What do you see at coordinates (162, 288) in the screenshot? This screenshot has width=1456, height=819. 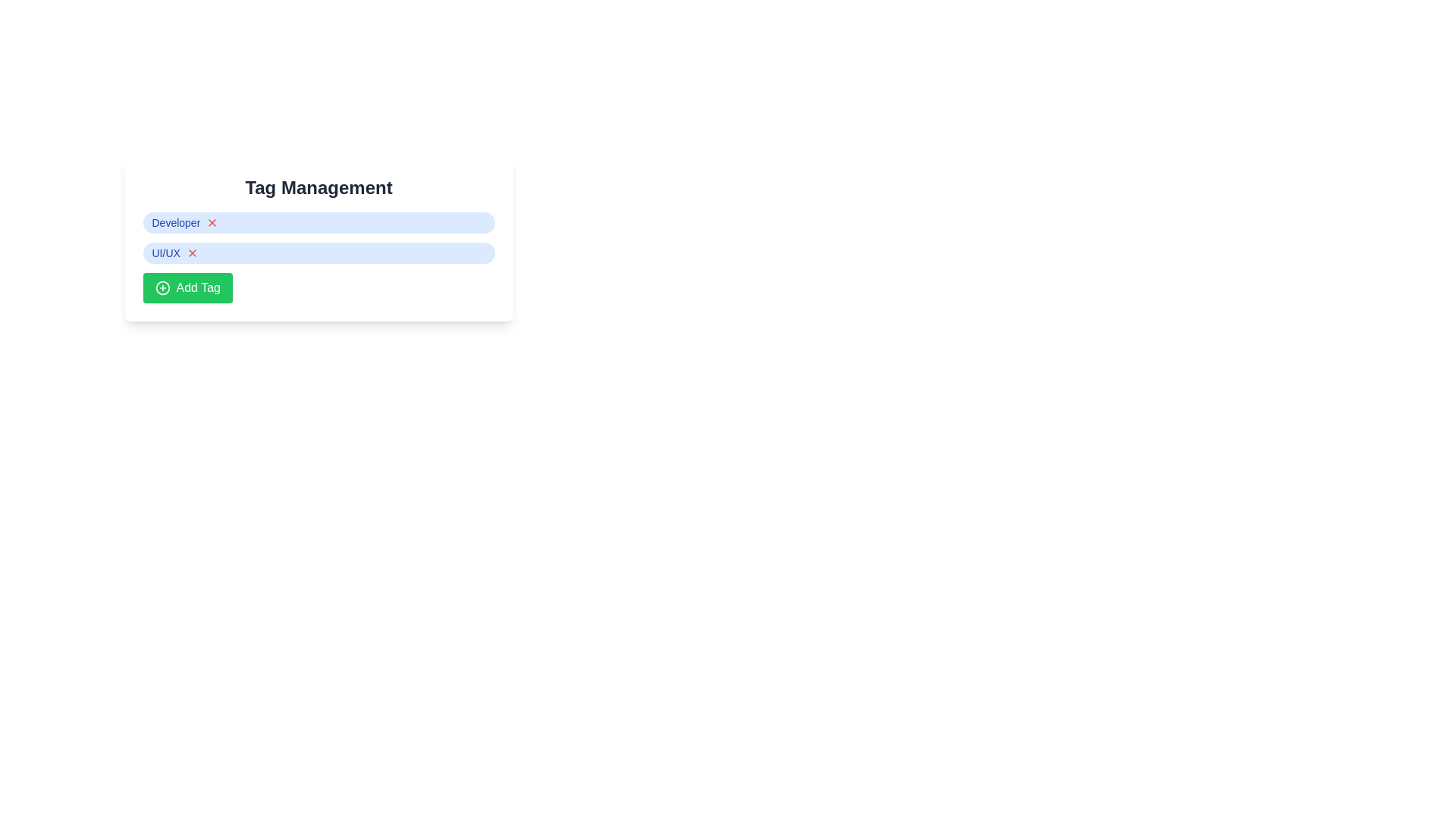 I see `the circular boundary of the '+' icon located at the center of the green 'Add Tag' button` at bounding box center [162, 288].